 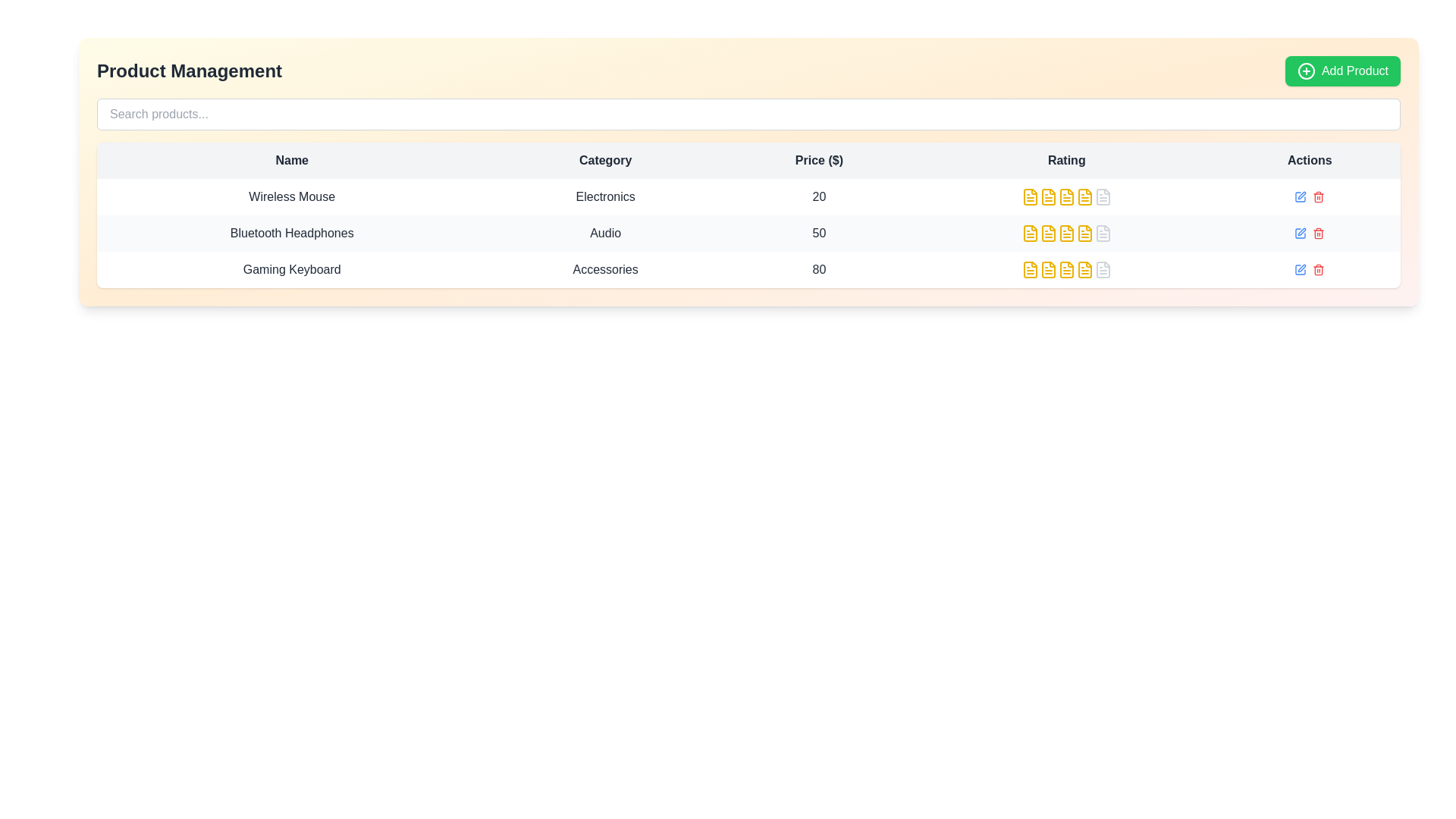 I want to click on the yellow document icon button, so click(x=1030, y=196).